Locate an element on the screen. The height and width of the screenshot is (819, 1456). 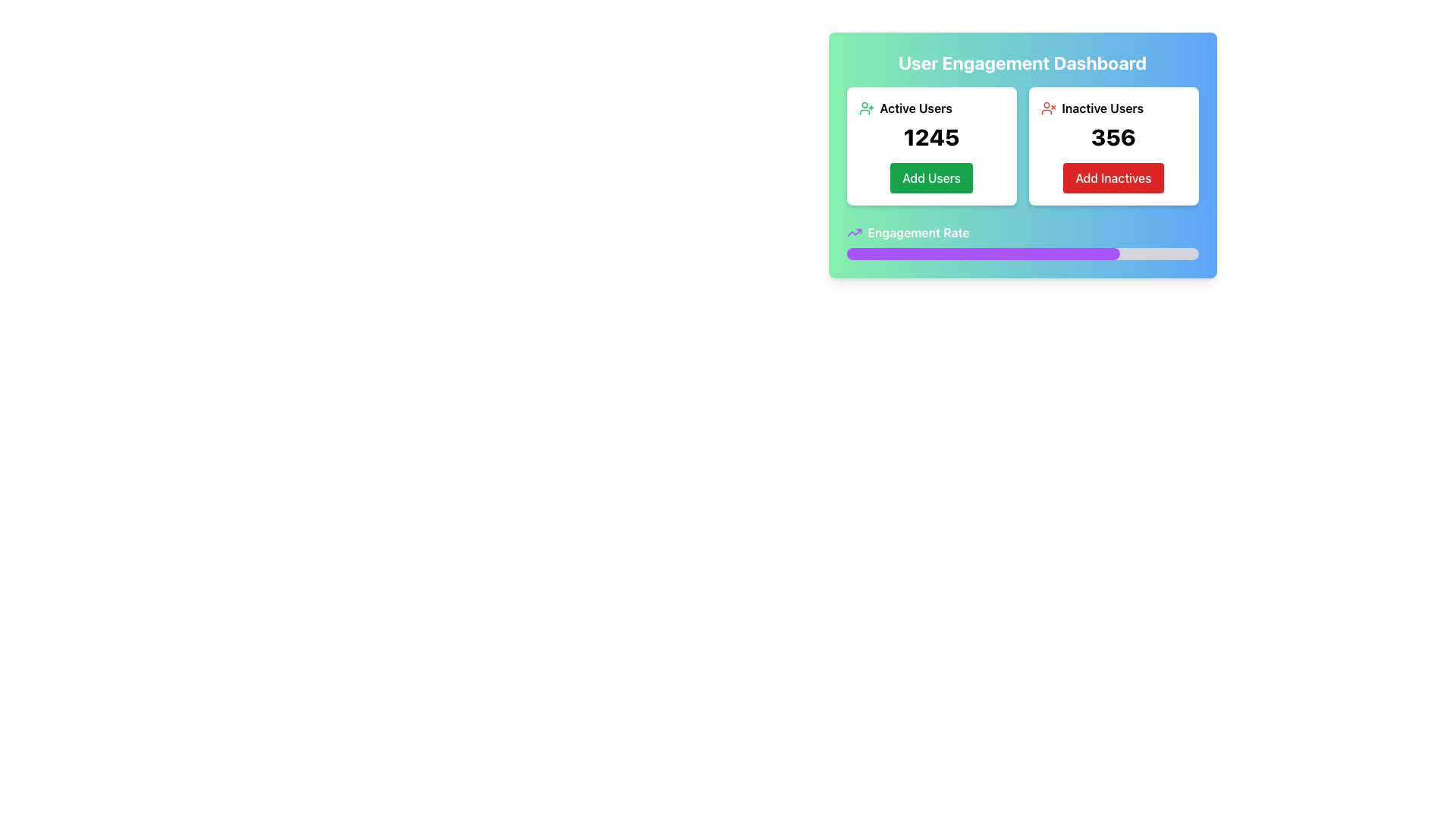
the upward trending arrow icon with a vibrant purple line located next to the label 'Engagement Rate' is located at coordinates (854, 233).